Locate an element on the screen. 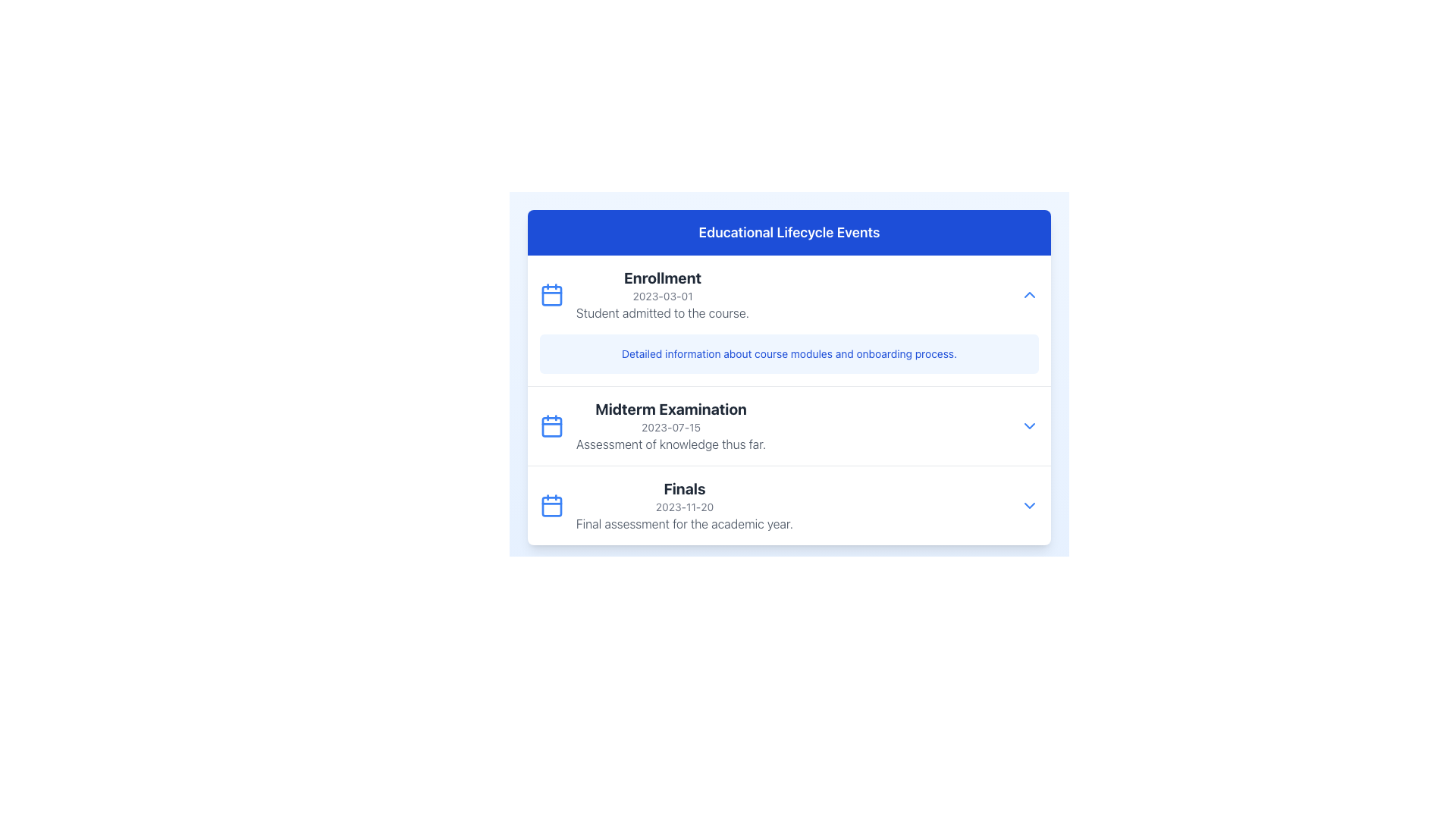  the descriptive text element located under the heading 'Finals' and the date '2023-11-20' within the event section of the card layout is located at coordinates (683, 522).